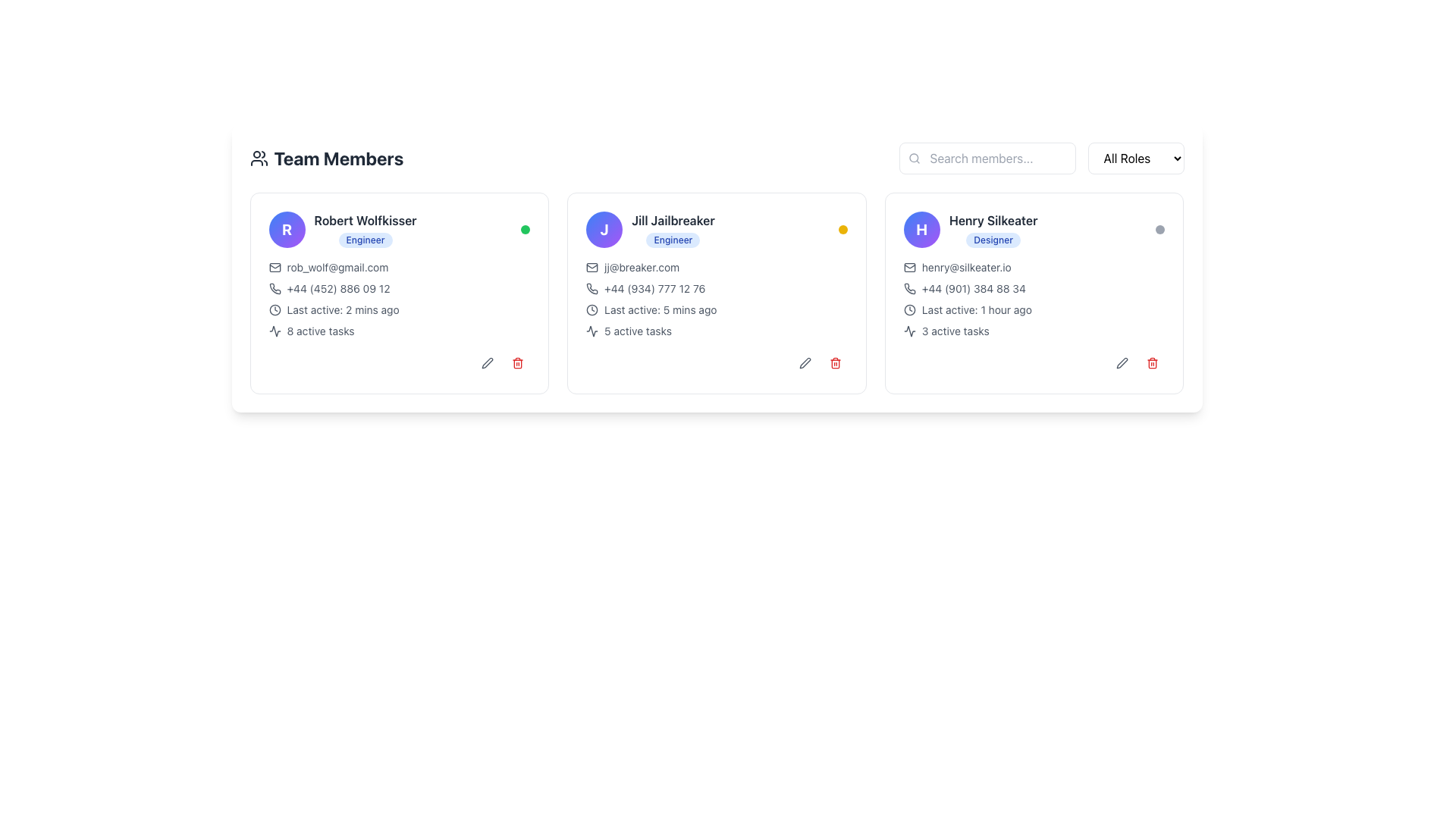 The height and width of the screenshot is (819, 1456). What do you see at coordinates (337, 289) in the screenshot?
I see `displayed phone number '+44 (452) 886 09 12' located below the email address and above the 'Last active: 2 mins ago' text in the middle-left card's body` at bounding box center [337, 289].